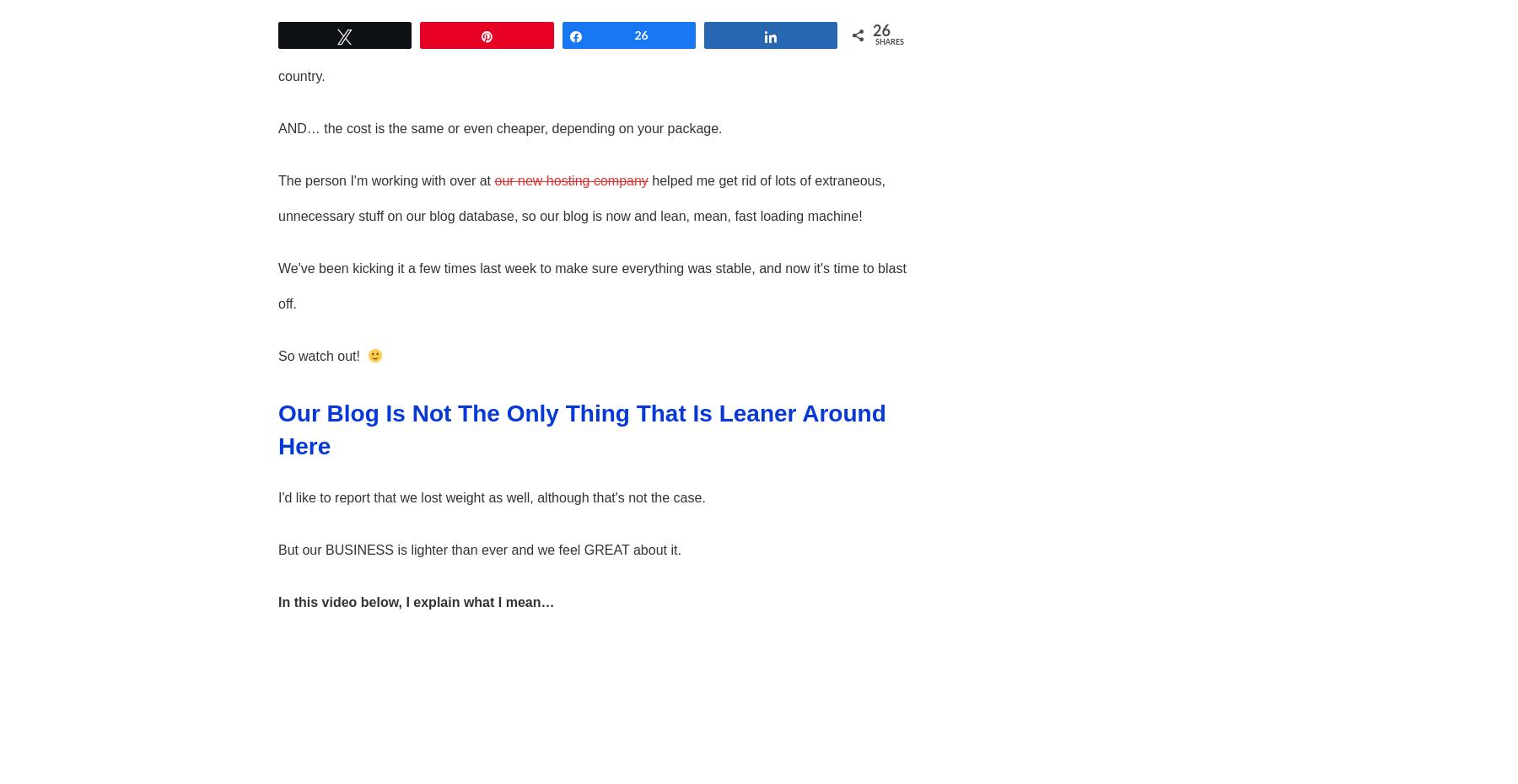 The width and height of the screenshot is (1518, 784). What do you see at coordinates (479, 549) in the screenshot?
I see `'But our BUSINESS is lighter than ever and we feel GREAT about it.'` at bounding box center [479, 549].